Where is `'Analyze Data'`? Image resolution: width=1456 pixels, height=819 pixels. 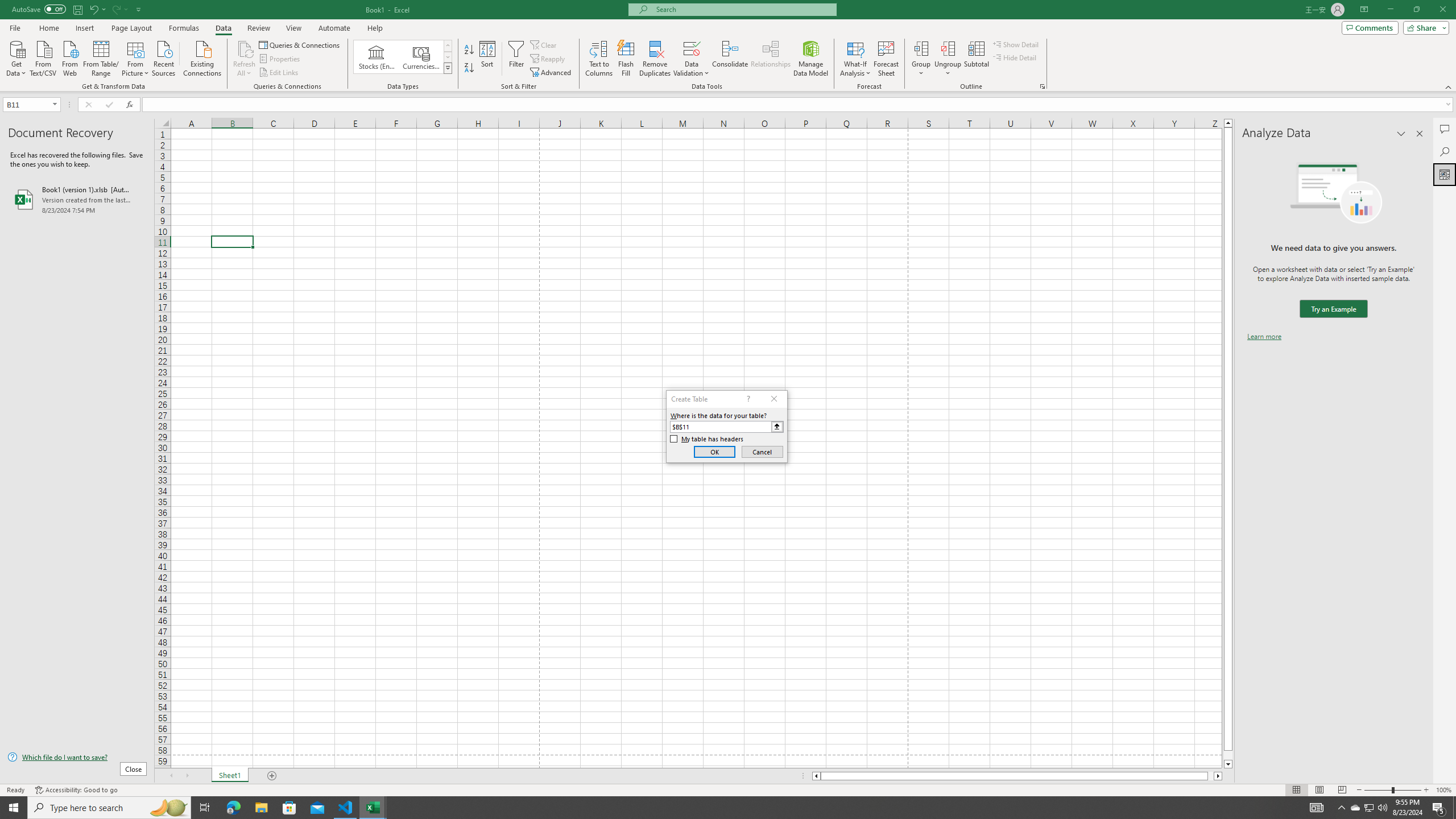 'Analyze Data' is located at coordinates (1444, 174).